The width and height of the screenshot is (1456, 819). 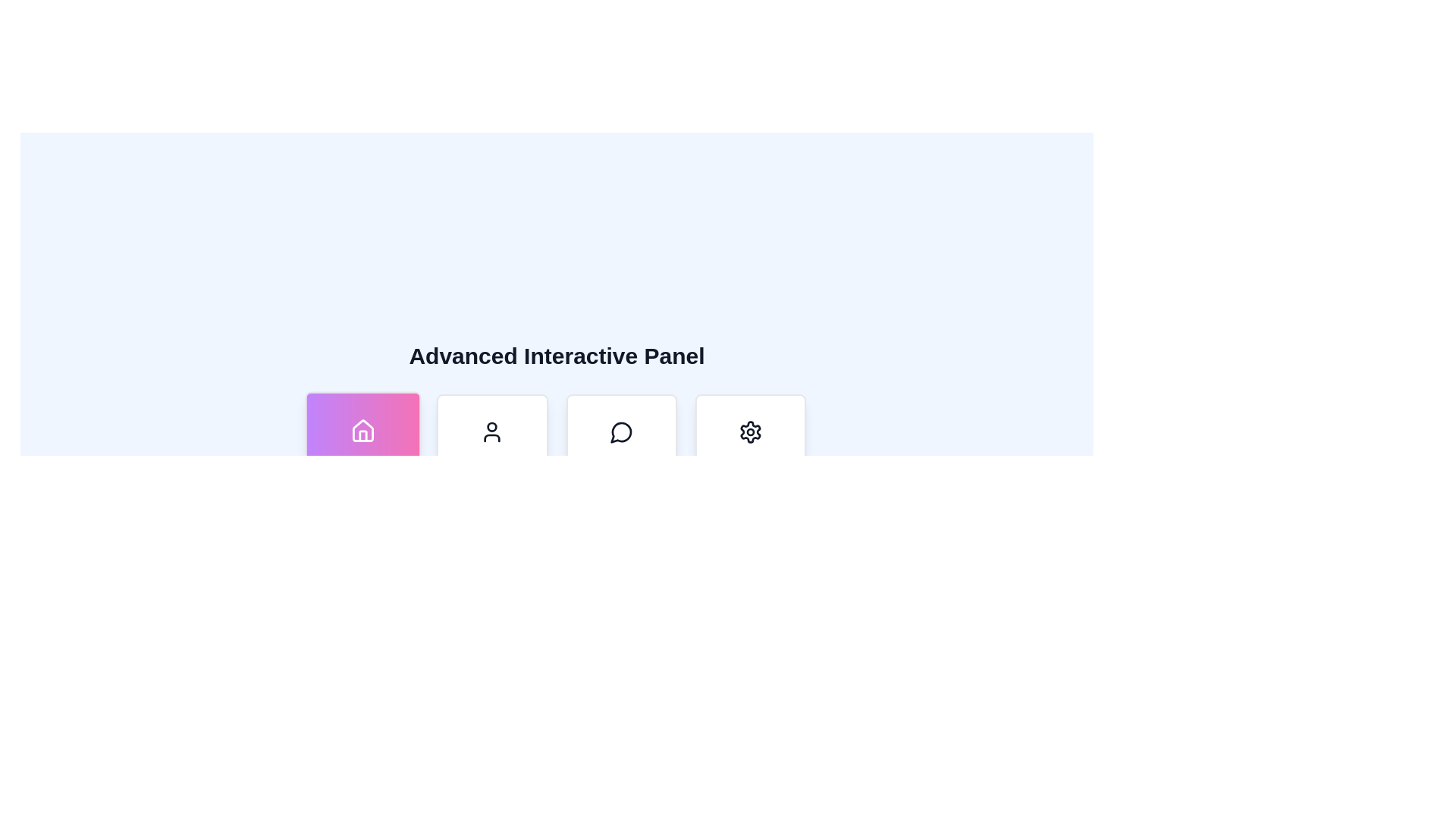 I want to click on the small circular graphical icon detail located inside the user-profile icon in the second tile from the left in the bottom navigation bar, so click(x=492, y=427).